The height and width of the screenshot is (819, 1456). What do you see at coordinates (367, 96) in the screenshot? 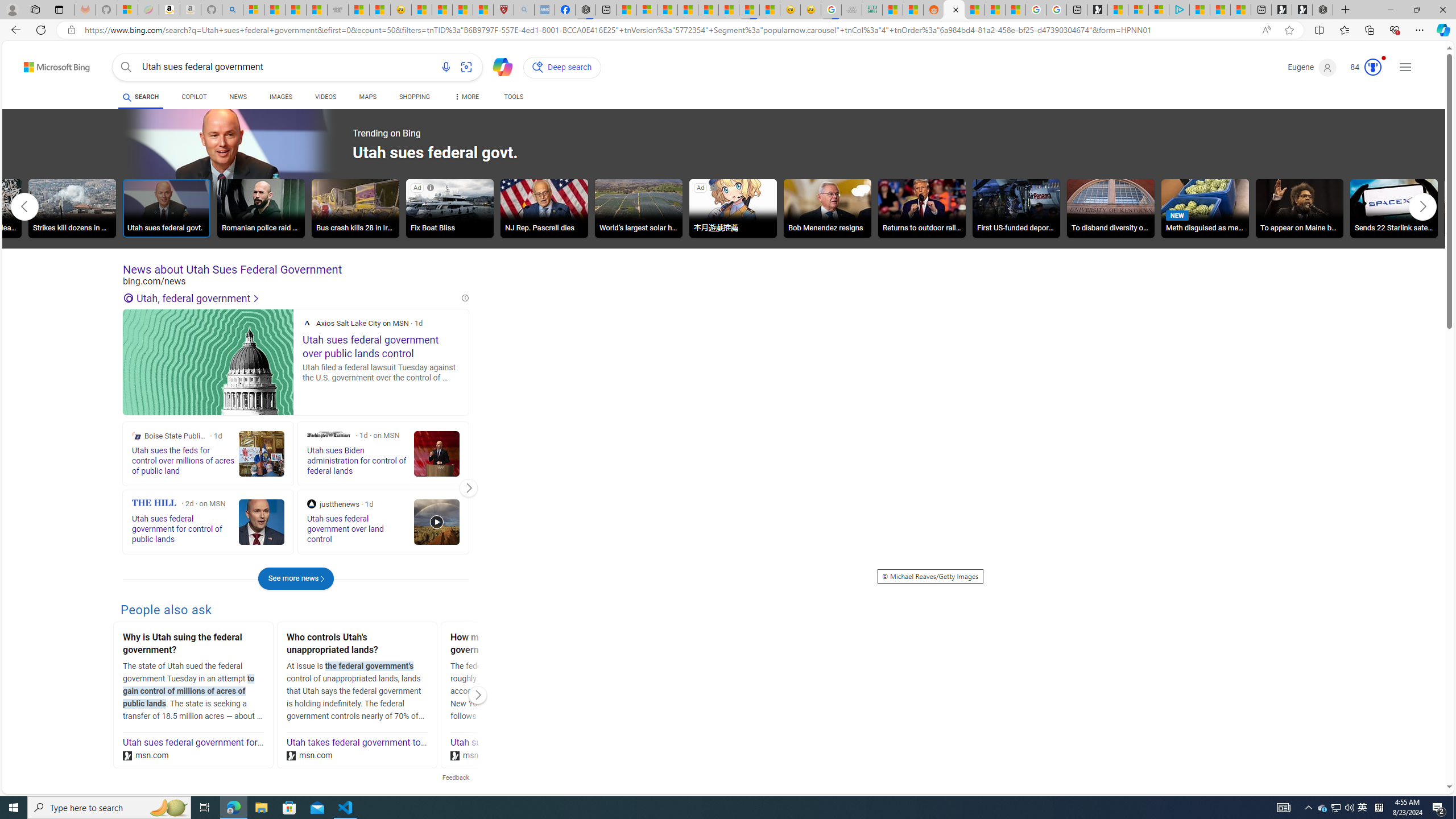
I see `'MAPS'` at bounding box center [367, 96].